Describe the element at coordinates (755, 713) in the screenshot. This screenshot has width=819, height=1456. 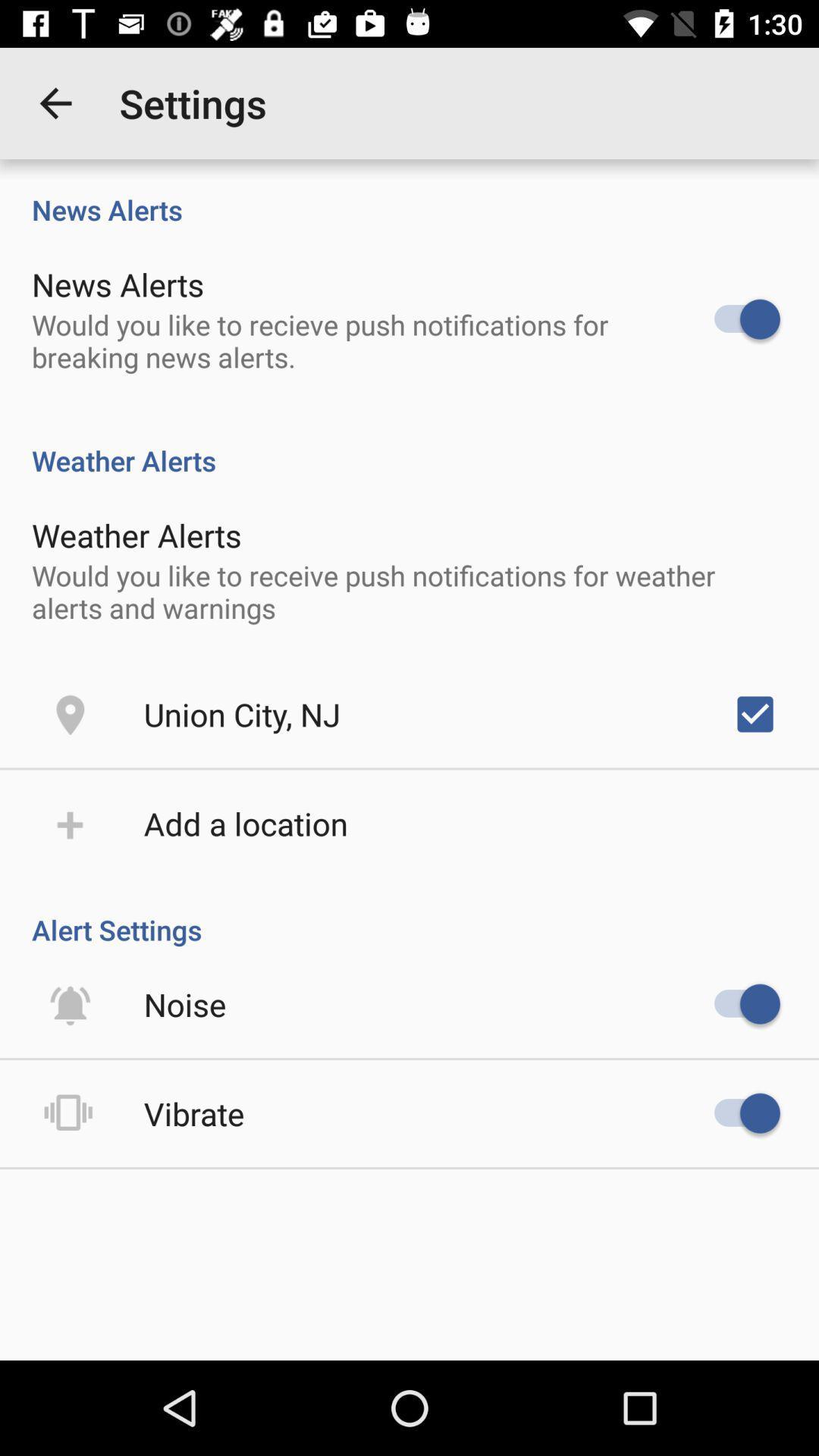
I see `icon below the would you like` at that location.